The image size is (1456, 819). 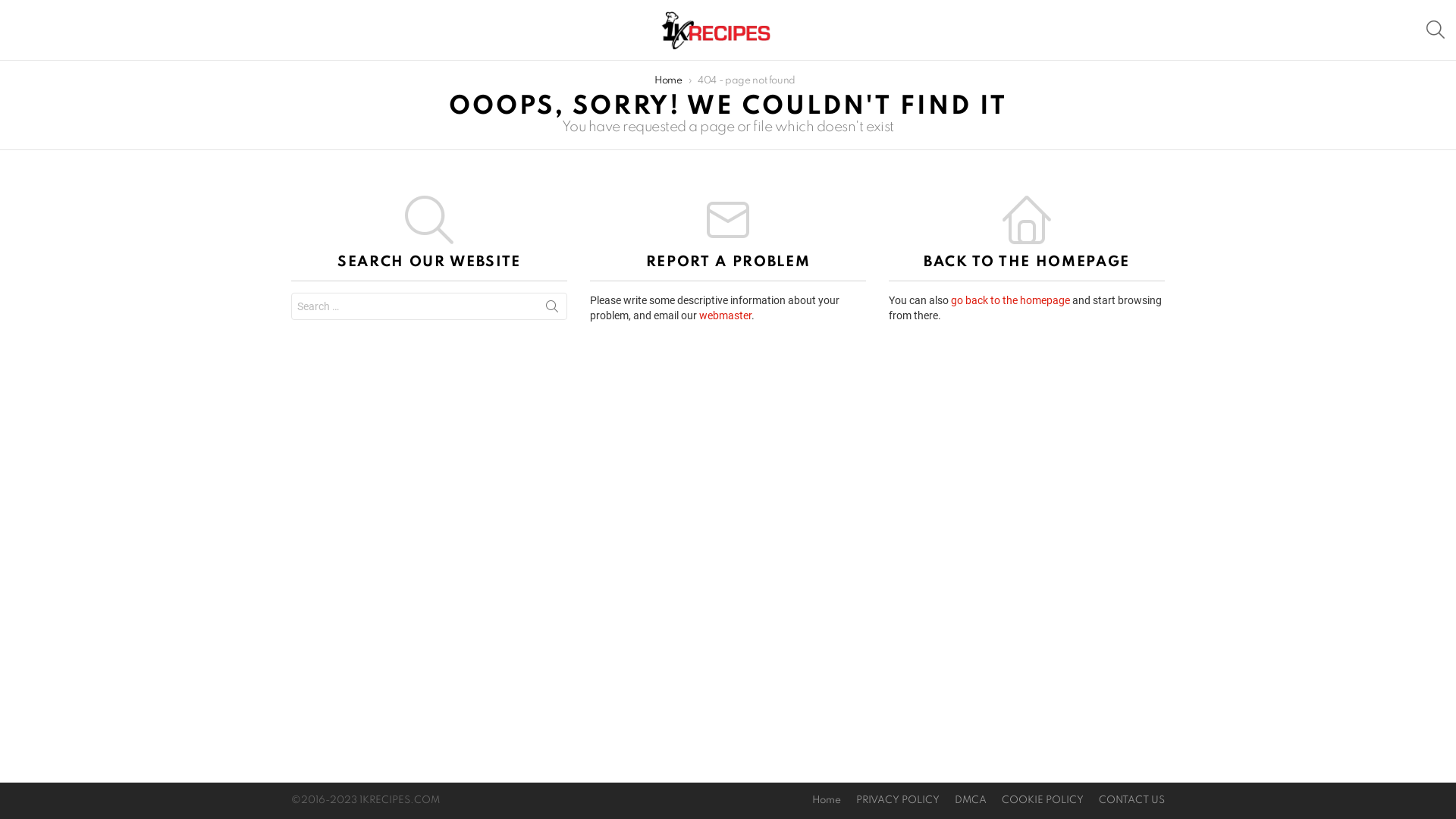 What do you see at coordinates (1041, 799) in the screenshot?
I see `'COOKIE POLICY'` at bounding box center [1041, 799].